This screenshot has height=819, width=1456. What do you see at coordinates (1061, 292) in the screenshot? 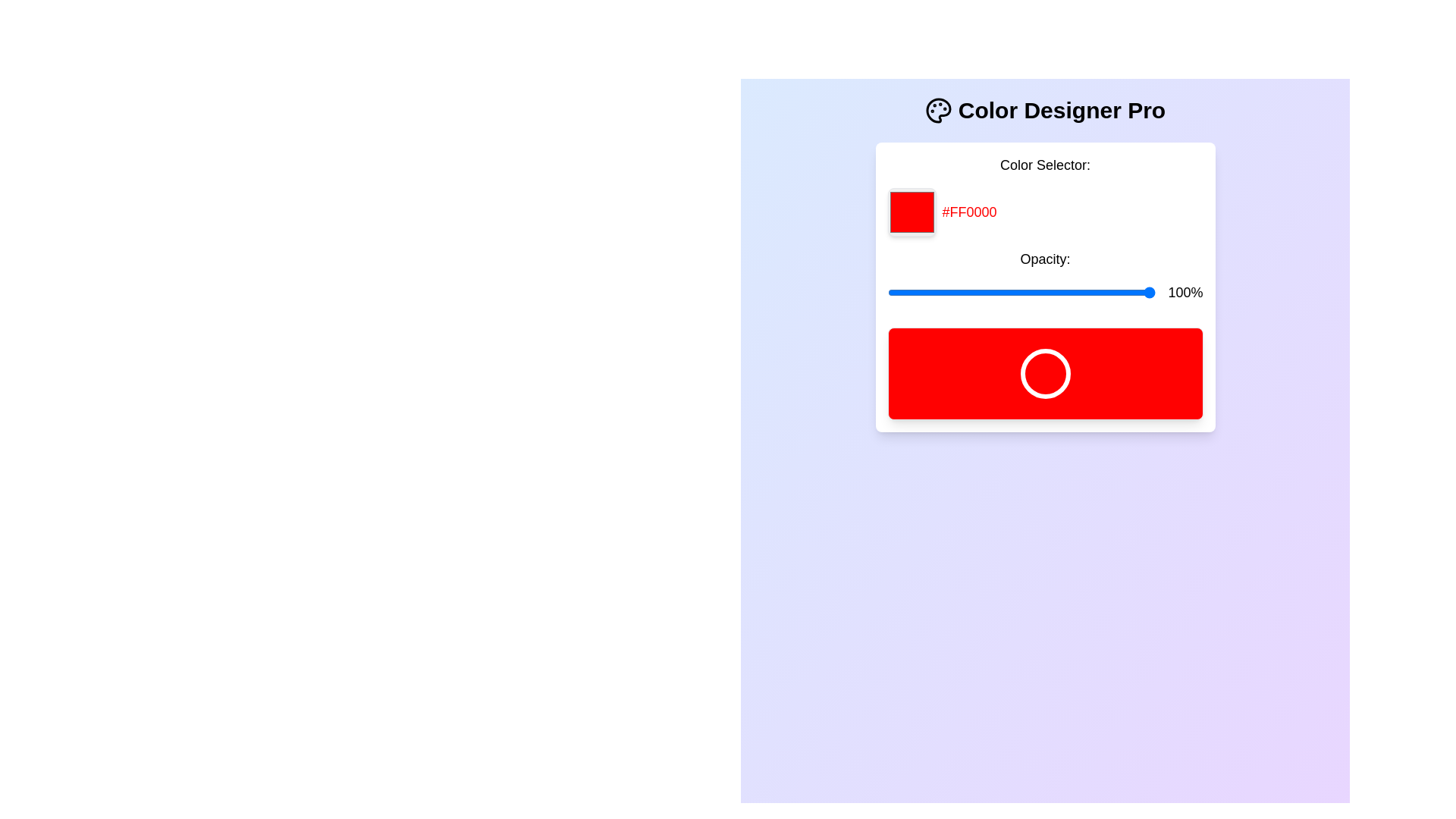
I see `the opacity slider` at bounding box center [1061, 292].